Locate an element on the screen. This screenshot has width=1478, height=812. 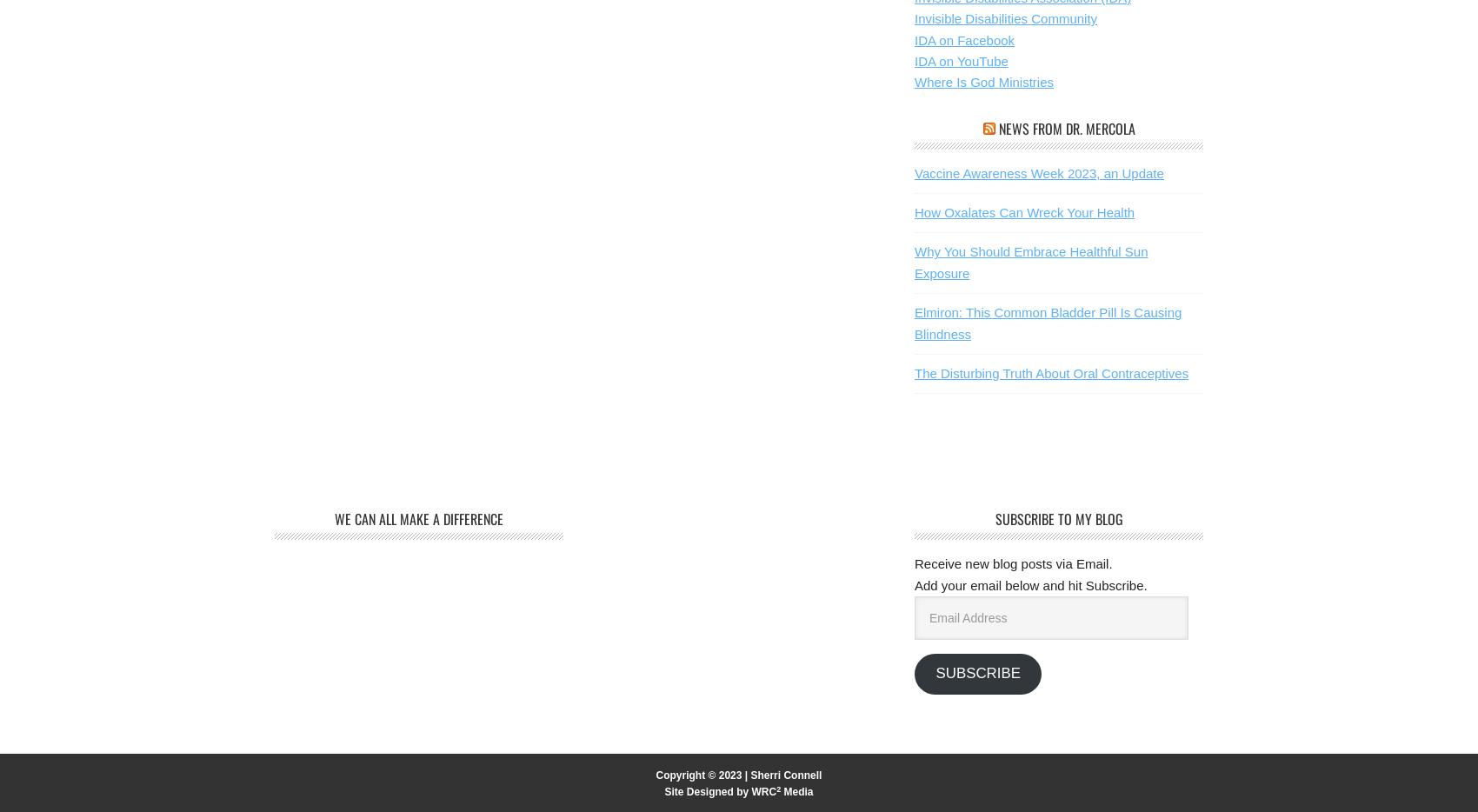
'We Can All Make a Difference' is located at coordinates (418, 518).